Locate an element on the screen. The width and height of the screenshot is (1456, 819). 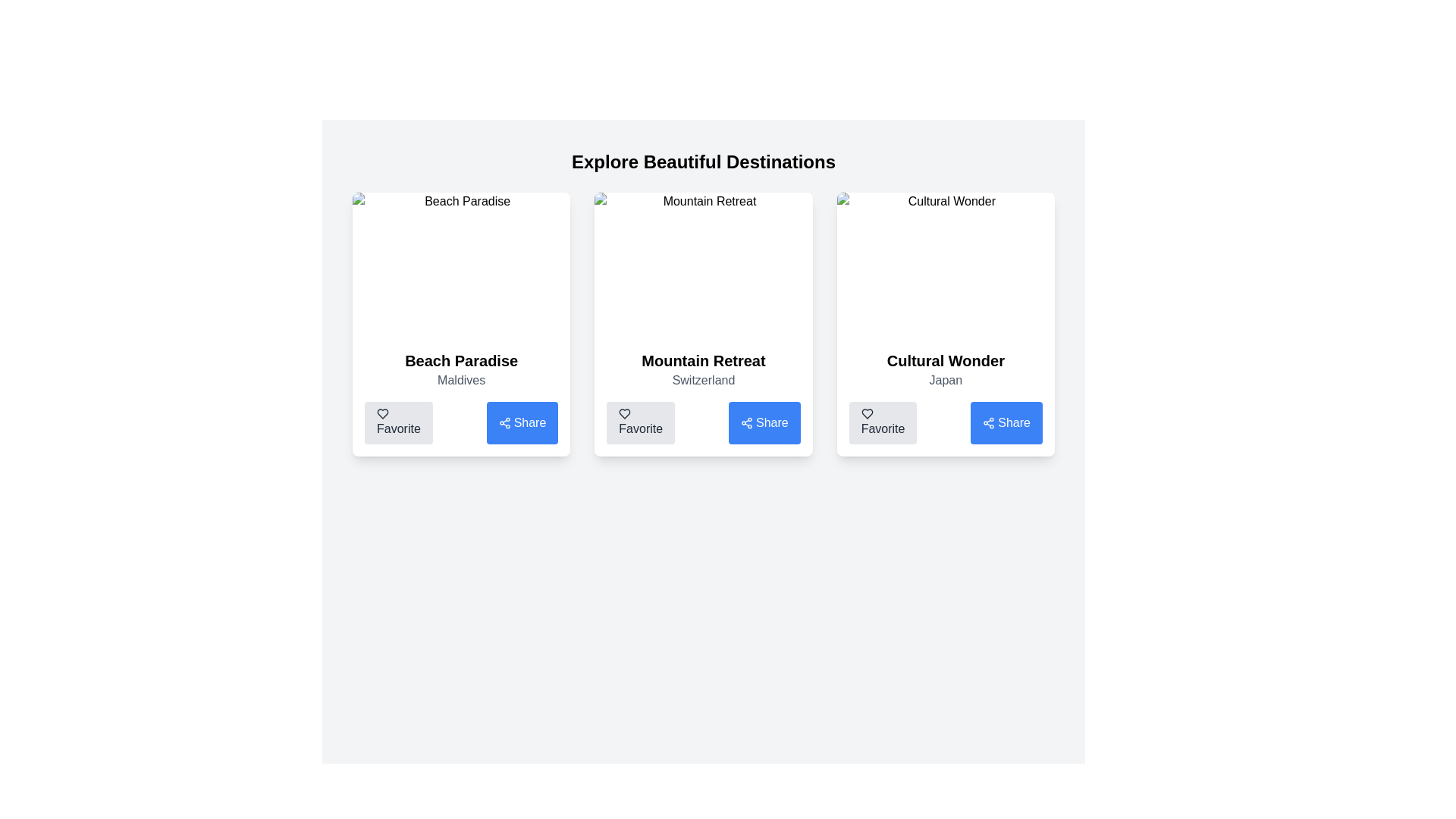
the heart-shaped icon within the 'Favorite' button located at the bottom-left of the 'Beach Paradise Maldives' card to mark it as favorite is located at coordinates (382, 414).